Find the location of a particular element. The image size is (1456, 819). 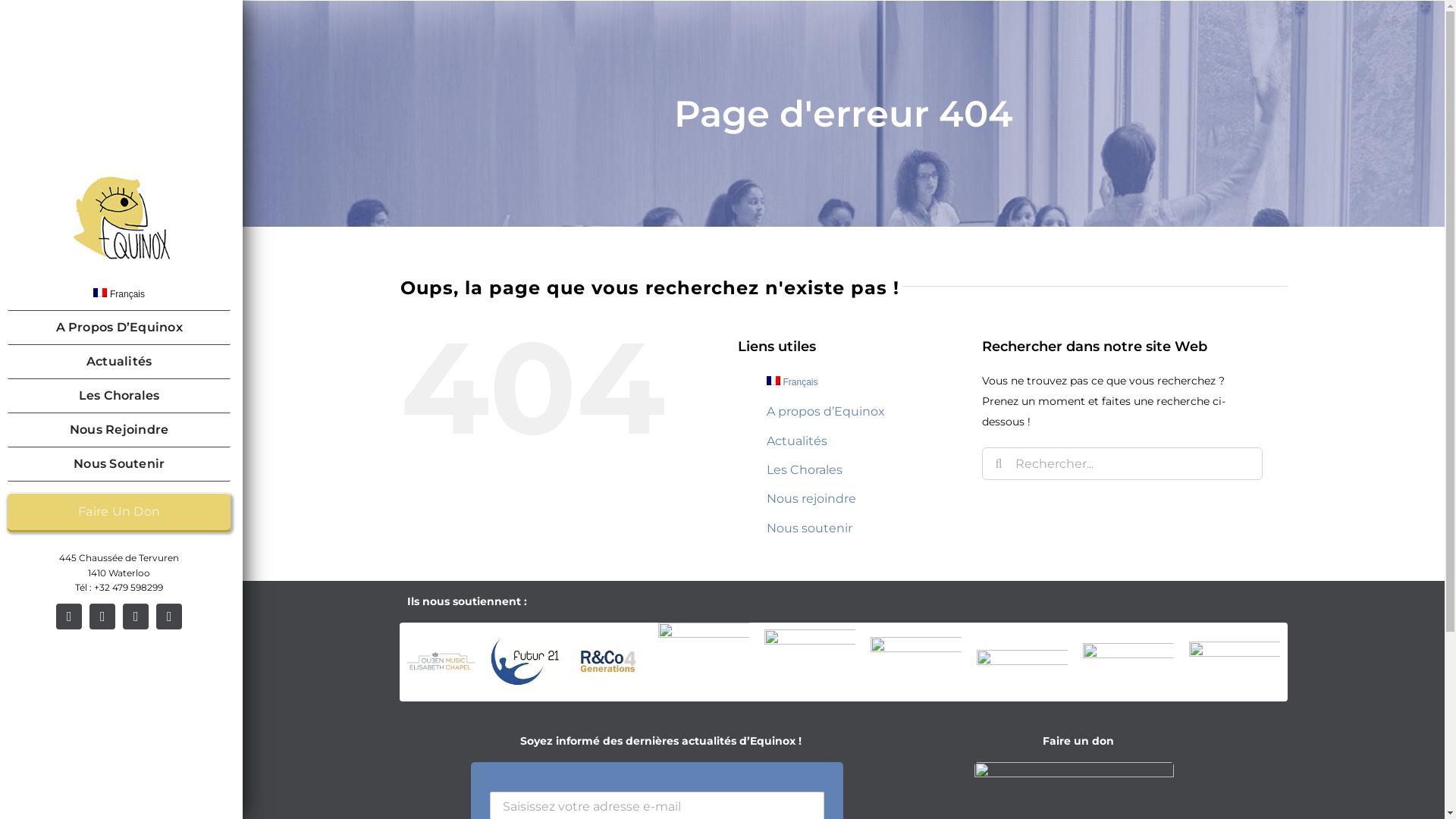

'Les Chorales' is located at coordinates (118, 395).